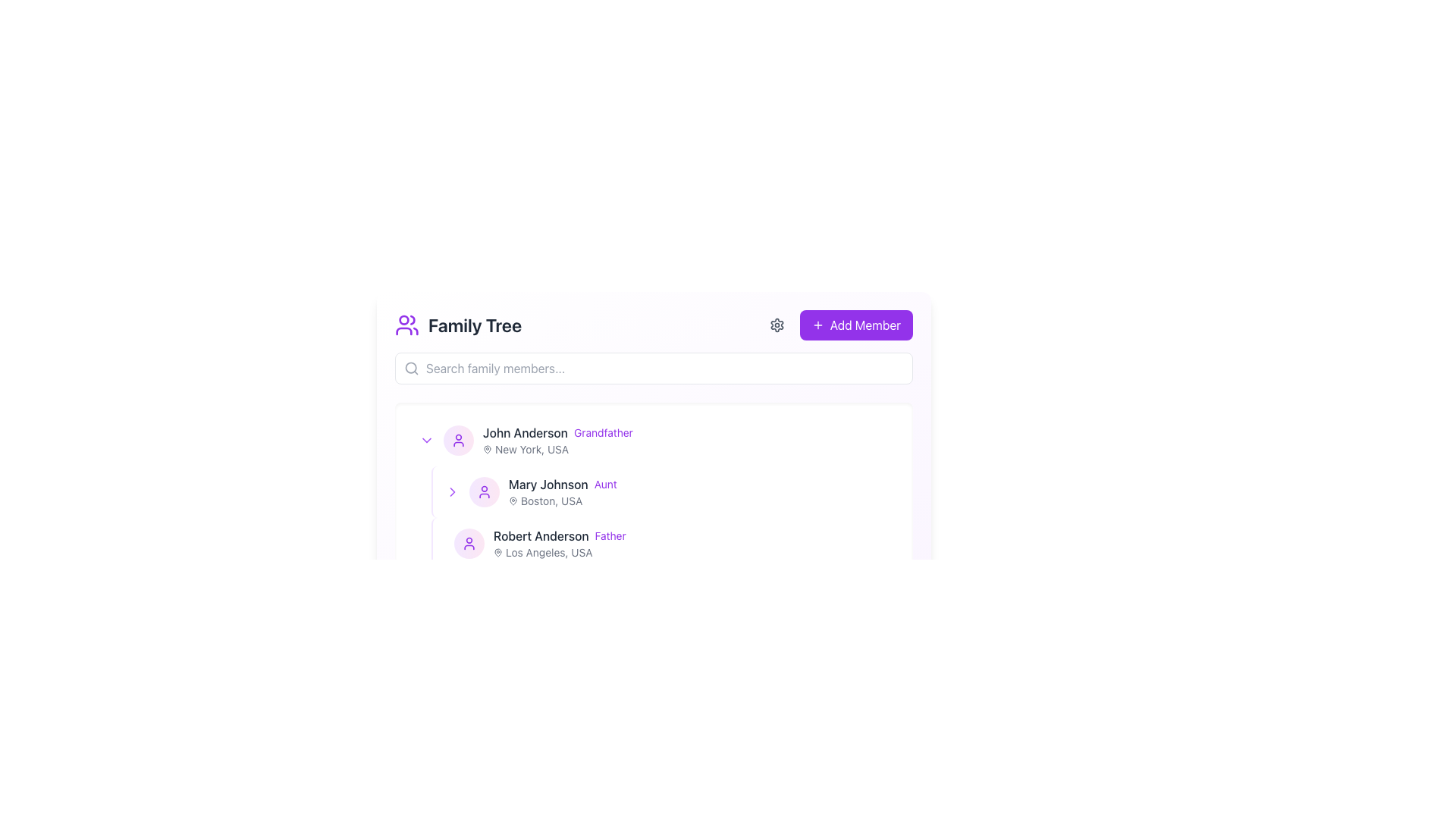 This screenshot has height=819, width=1456. I want to click on the second right-pointing chevron icon styled in purple, located beside the name 'Mary Johnson' in the family tree interface, so click(451, 491).